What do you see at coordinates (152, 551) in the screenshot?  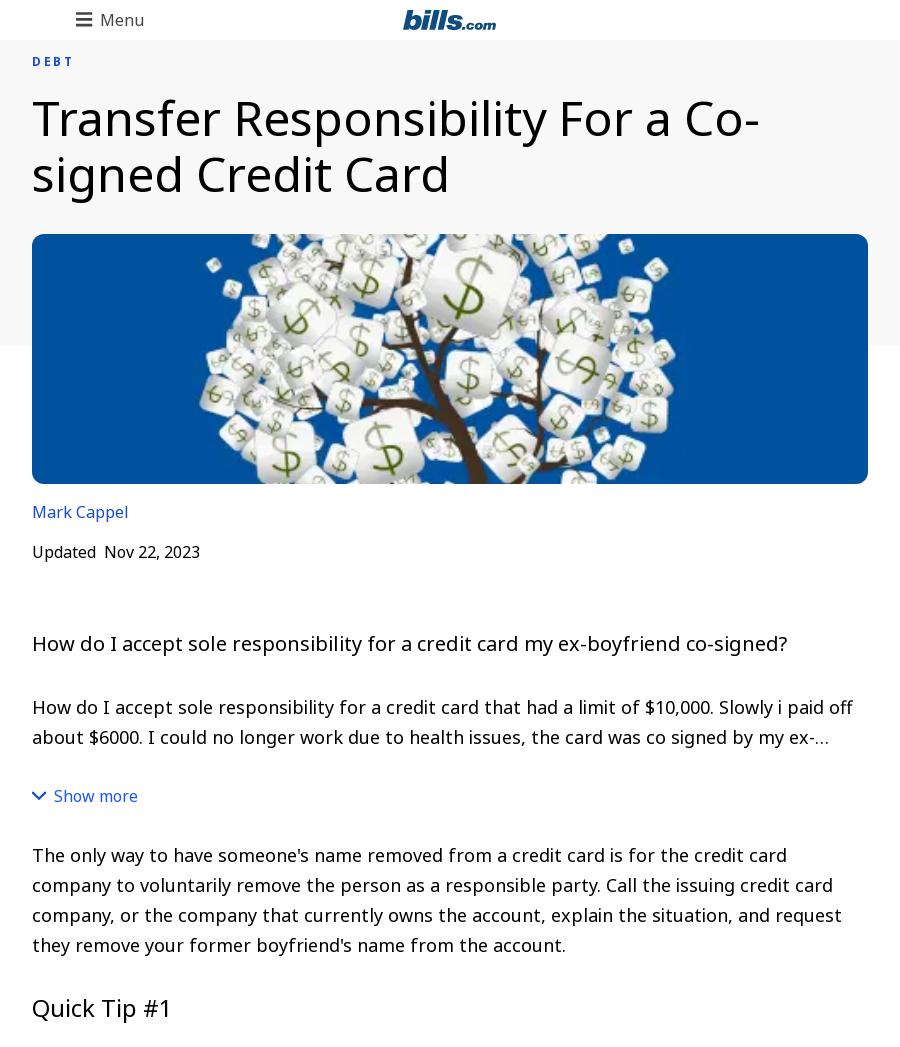 I see `'Nov 22, 2023'` at bounding box center [152, 551].